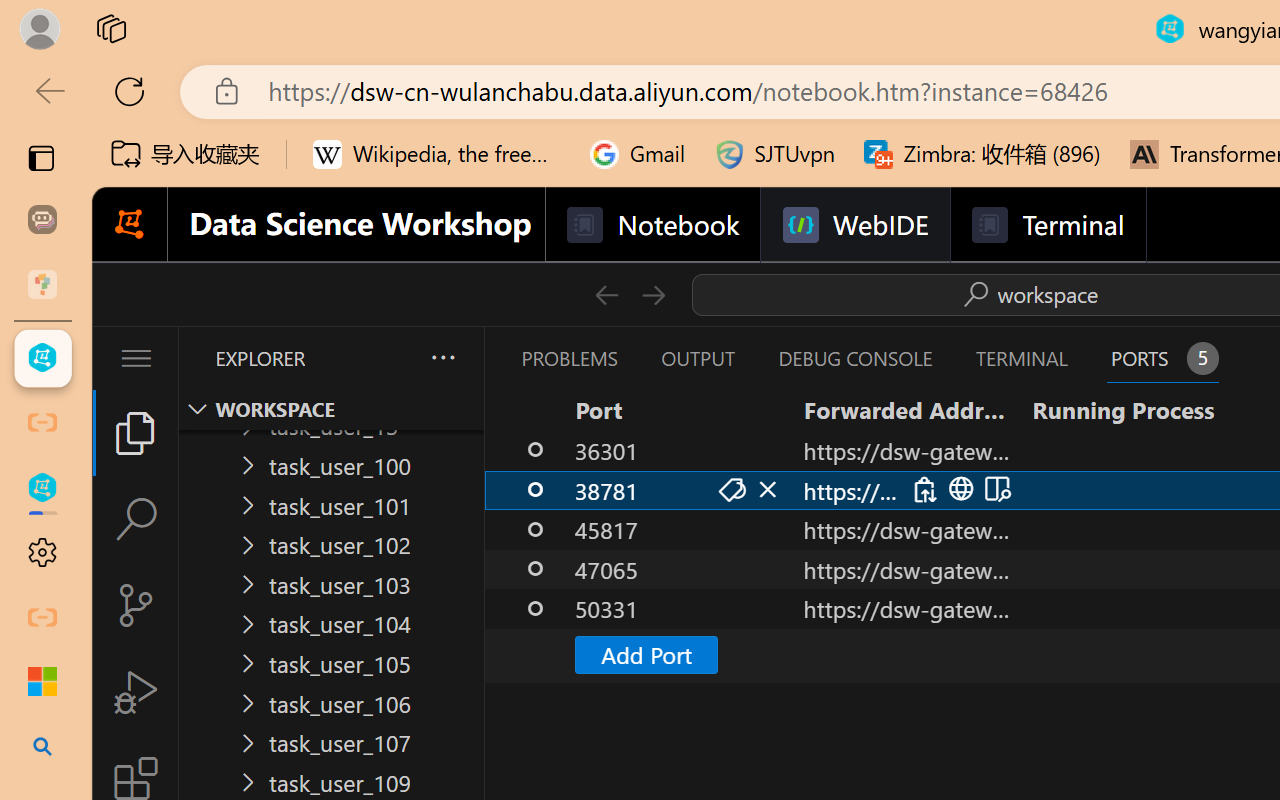 This screenshot has height=800, width=1280. I want to click on 'Terminal (Ctrl+`)', so click(1021, 358).